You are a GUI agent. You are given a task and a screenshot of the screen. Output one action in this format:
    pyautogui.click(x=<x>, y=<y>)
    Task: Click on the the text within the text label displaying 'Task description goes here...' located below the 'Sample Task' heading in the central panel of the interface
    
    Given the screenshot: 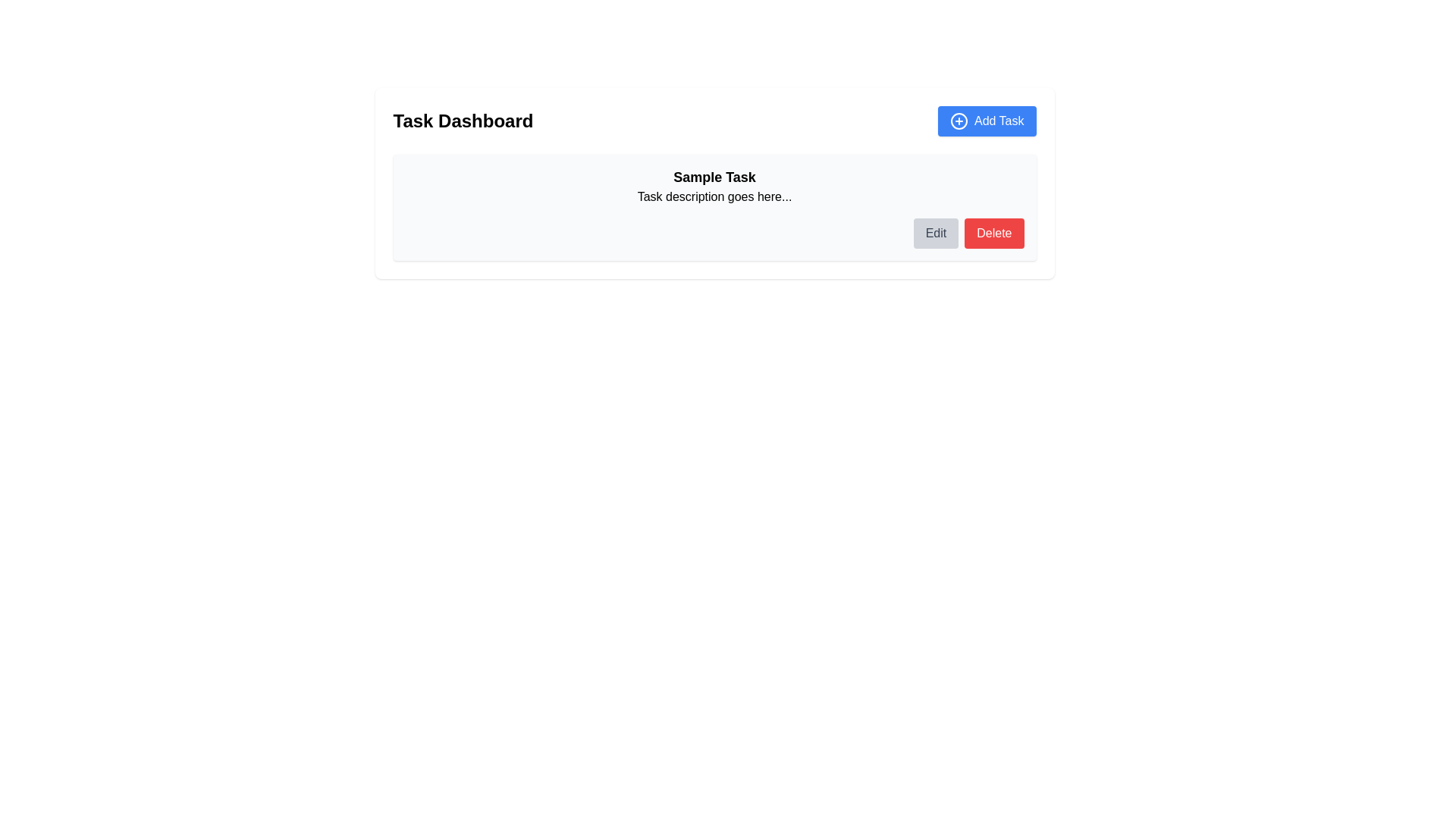 What is the action you would take?
    pyautogui.click(x=714, y=196)
    